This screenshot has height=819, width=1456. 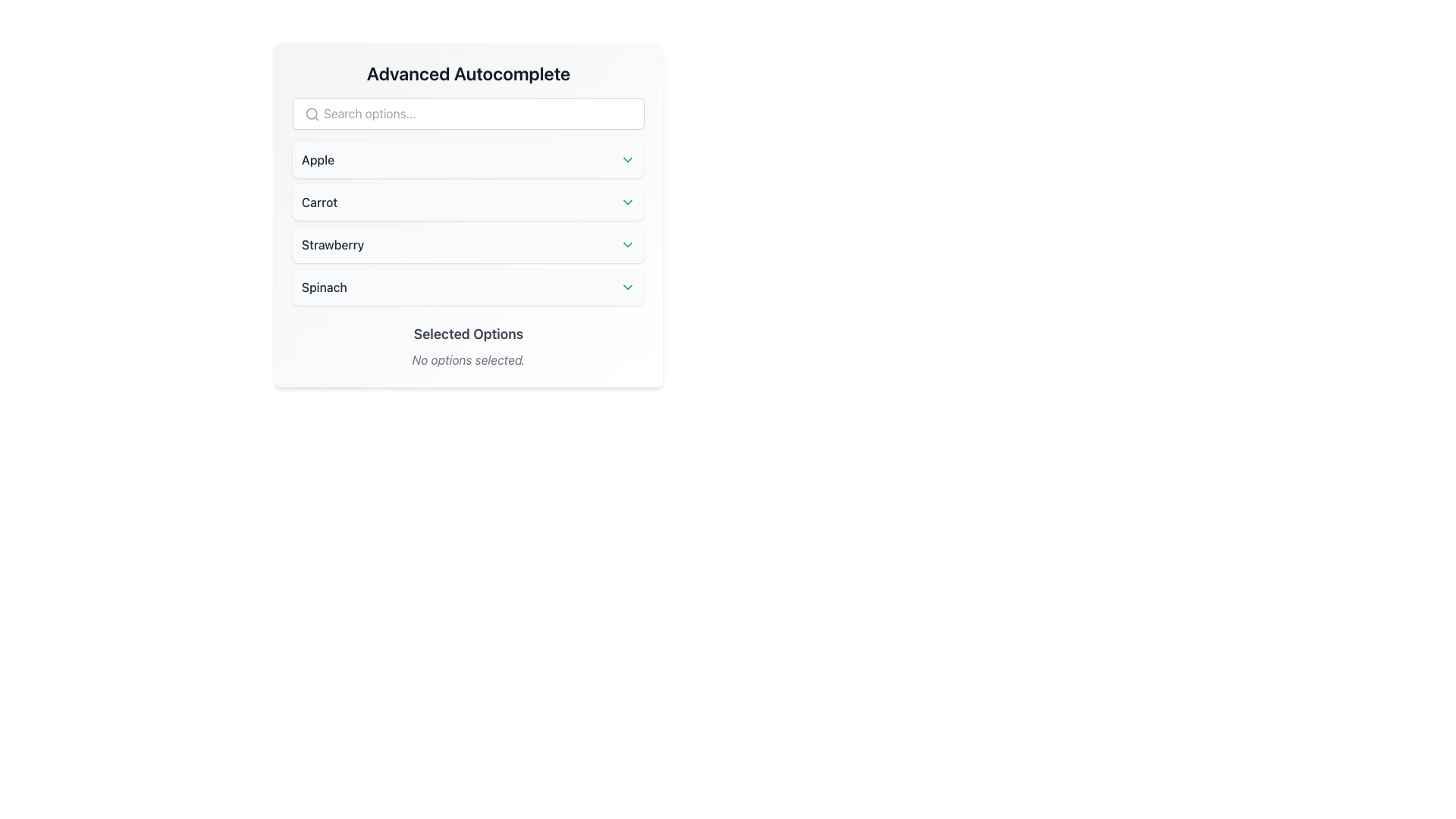 I want to click on the selectable items list component located beneath the input search bar, so click(x=468, y=223).